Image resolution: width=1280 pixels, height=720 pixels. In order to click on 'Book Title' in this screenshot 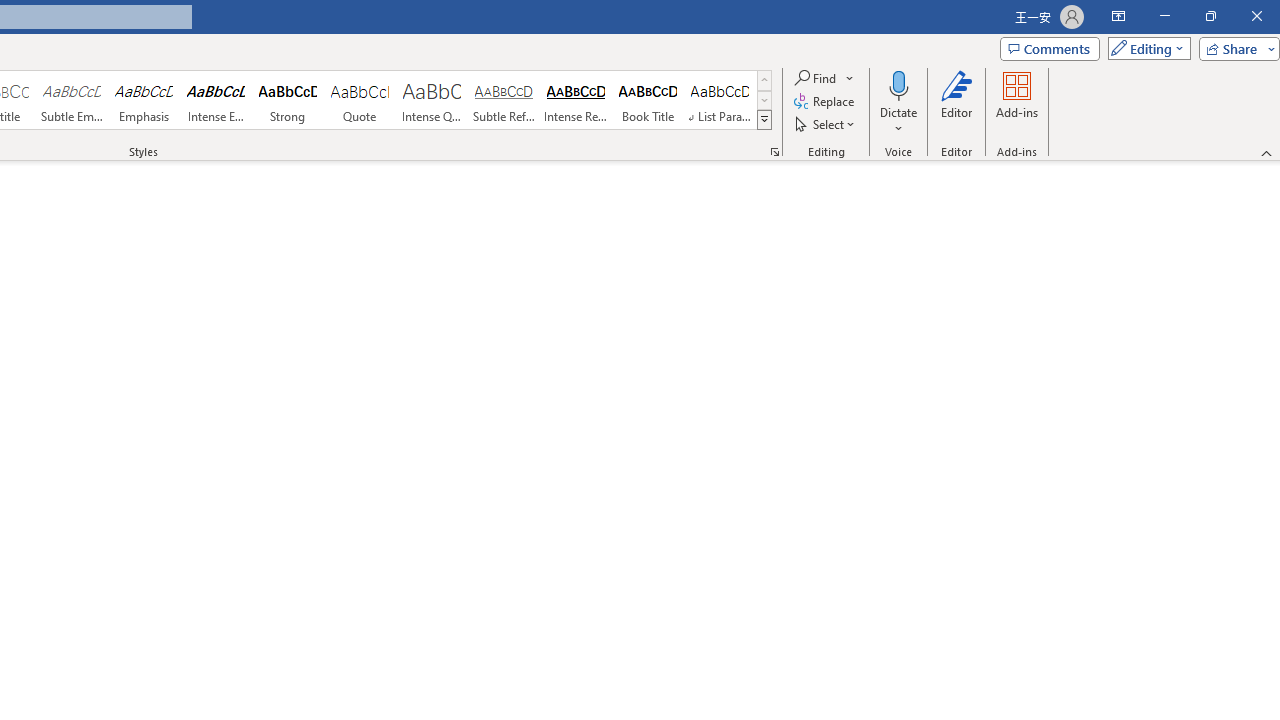, I will do `click(647, 100)`.